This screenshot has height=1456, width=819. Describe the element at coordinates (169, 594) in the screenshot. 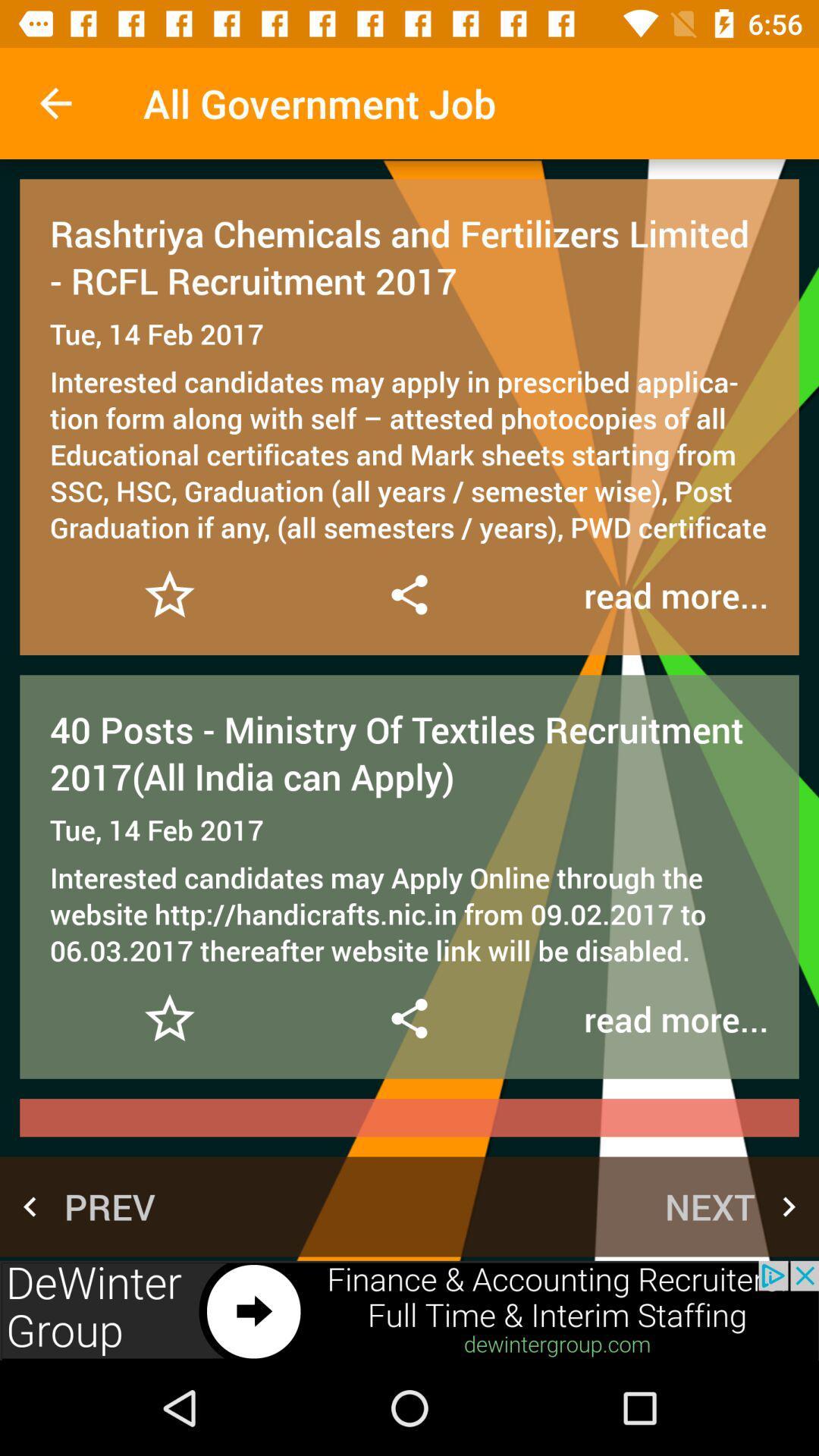

I see `star rating` at that location.